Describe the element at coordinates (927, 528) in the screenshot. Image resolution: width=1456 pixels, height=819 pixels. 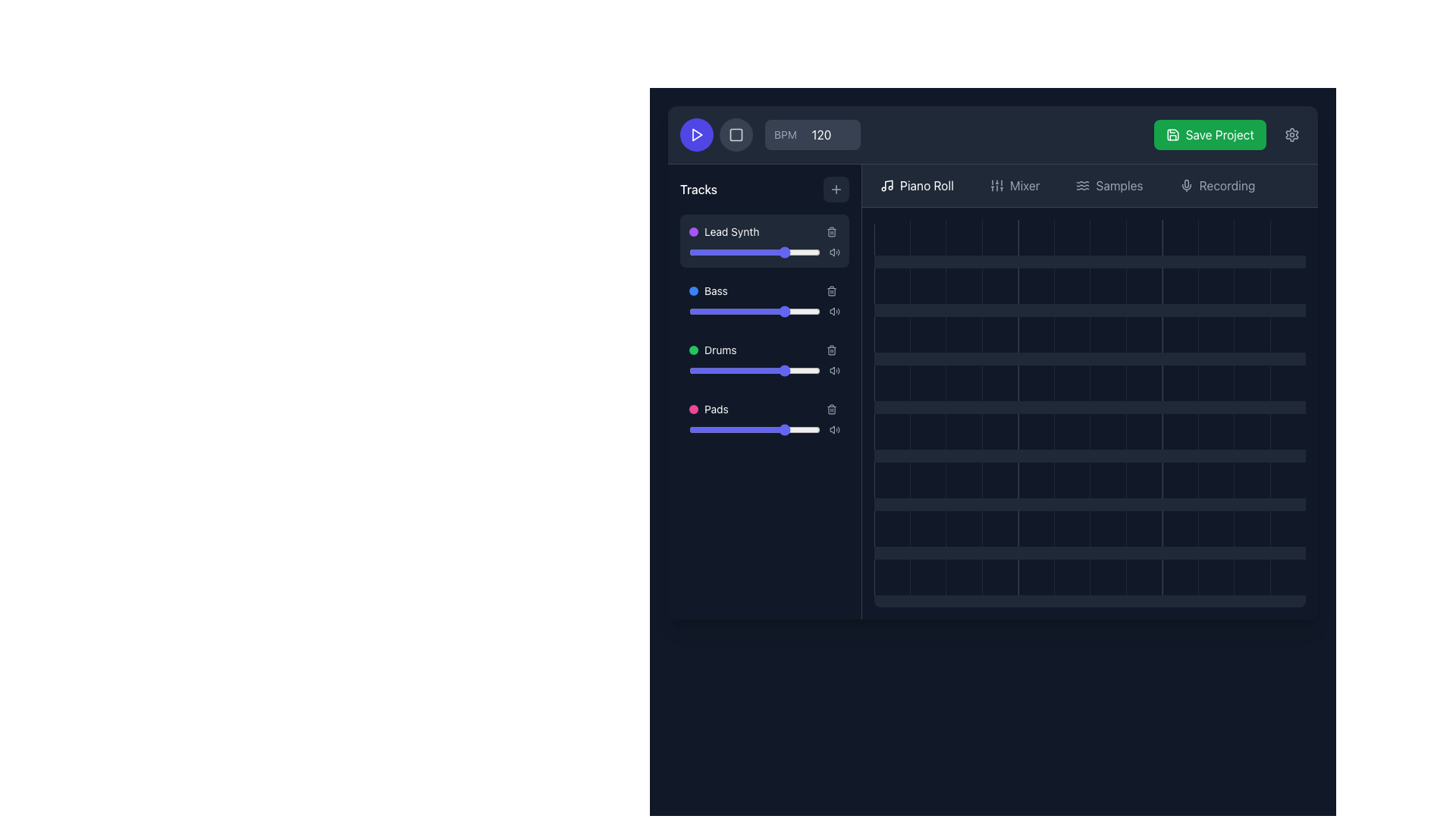
I see `the dark gray Grid Cell located in the 6th row and 2nd column of the grid structure beneath the 'Tracks' section` at that location.